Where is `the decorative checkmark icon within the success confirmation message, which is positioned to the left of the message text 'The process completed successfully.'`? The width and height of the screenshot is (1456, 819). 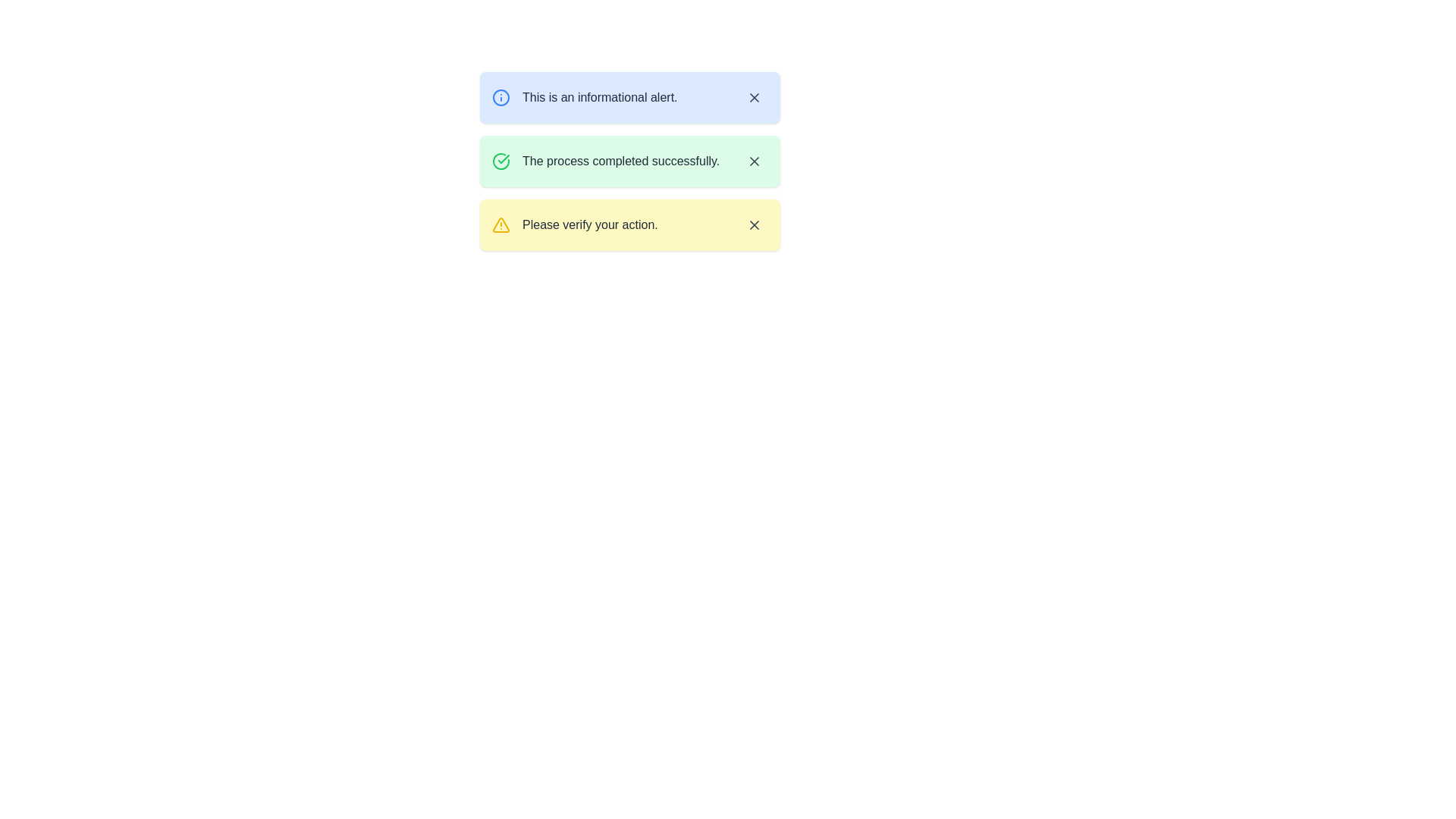 the decorative checkmark icon within the success confirmation message, which is positioned to the left of the message text 'The process completed successfully.' is located at coordinates (504, 158).